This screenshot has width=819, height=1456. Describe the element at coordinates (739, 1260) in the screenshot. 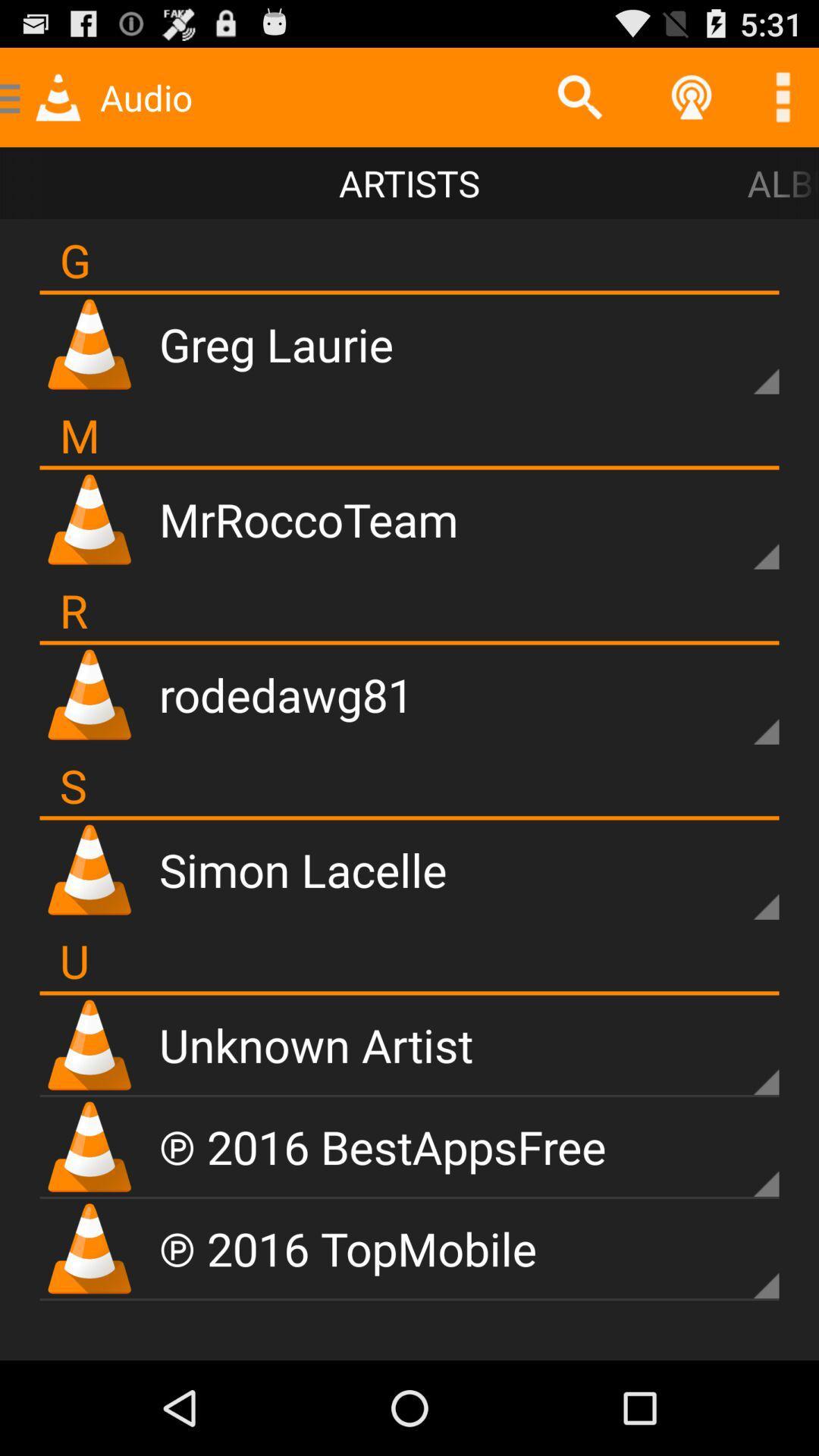

I see `see more info` at that location.